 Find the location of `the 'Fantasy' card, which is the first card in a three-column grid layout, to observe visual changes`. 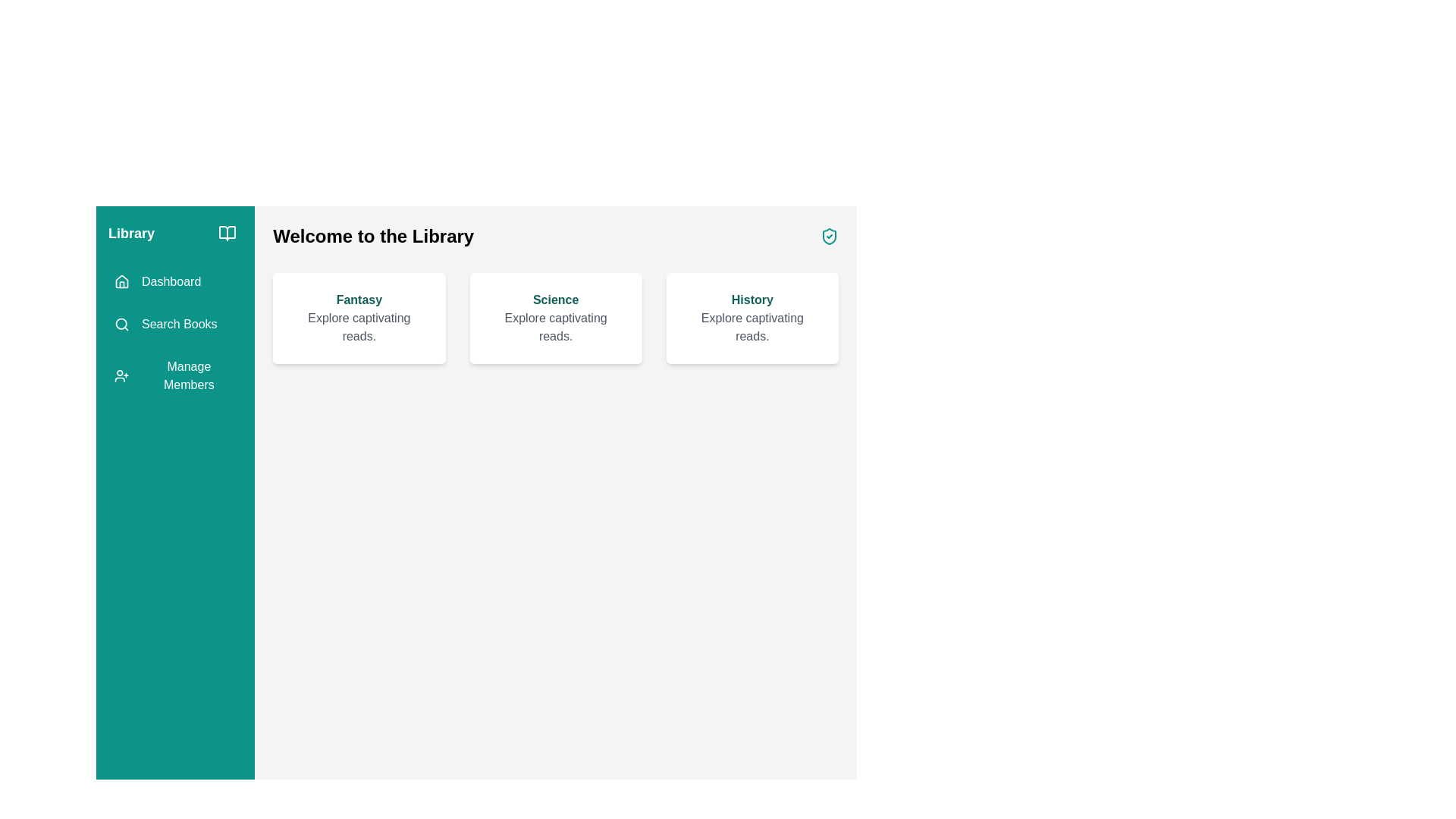

the 'Fantasy' card, which is the first card in a three-column grid layout, to observe visual changes is located at coordinates (358, 318).